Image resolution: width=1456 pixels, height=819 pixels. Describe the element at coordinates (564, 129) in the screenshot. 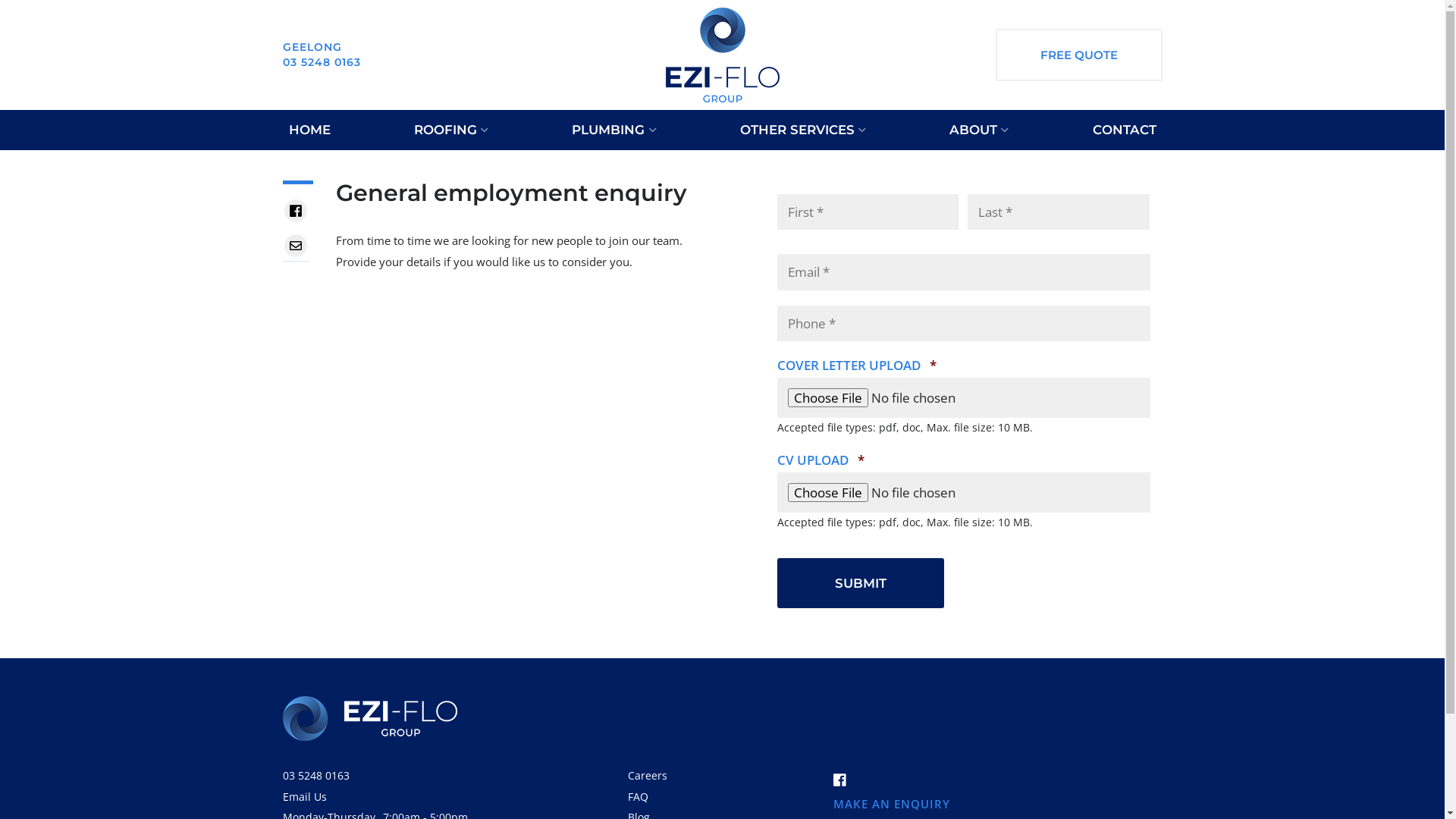

I see `'PLUMBING'` at that location.